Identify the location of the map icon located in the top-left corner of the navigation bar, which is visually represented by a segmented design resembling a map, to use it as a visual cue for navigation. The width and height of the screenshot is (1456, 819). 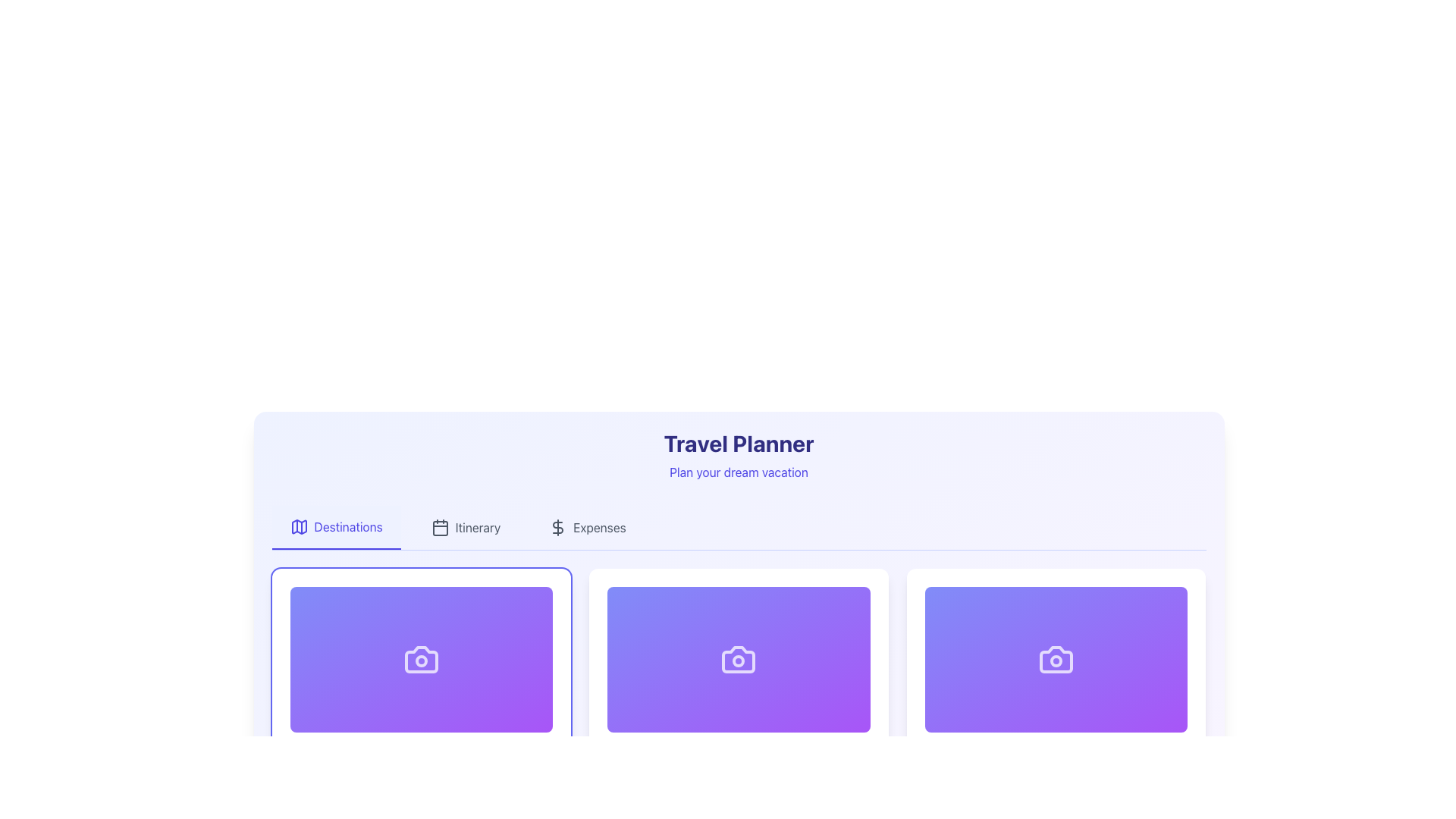
(299, 526).